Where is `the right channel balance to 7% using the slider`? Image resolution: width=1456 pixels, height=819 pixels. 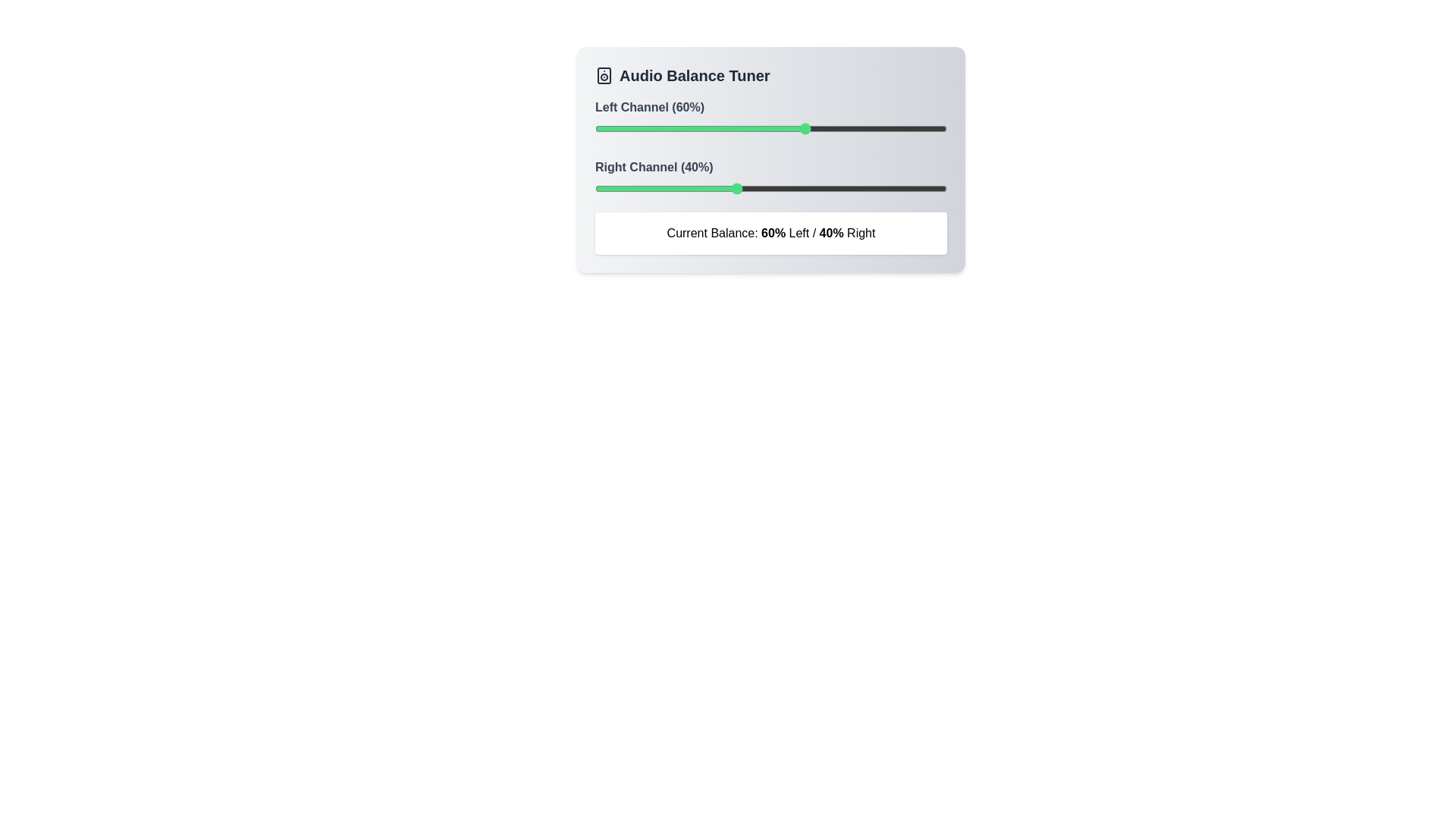 the right channel balance to 7% using the slider is located at coordinates (620, 188).